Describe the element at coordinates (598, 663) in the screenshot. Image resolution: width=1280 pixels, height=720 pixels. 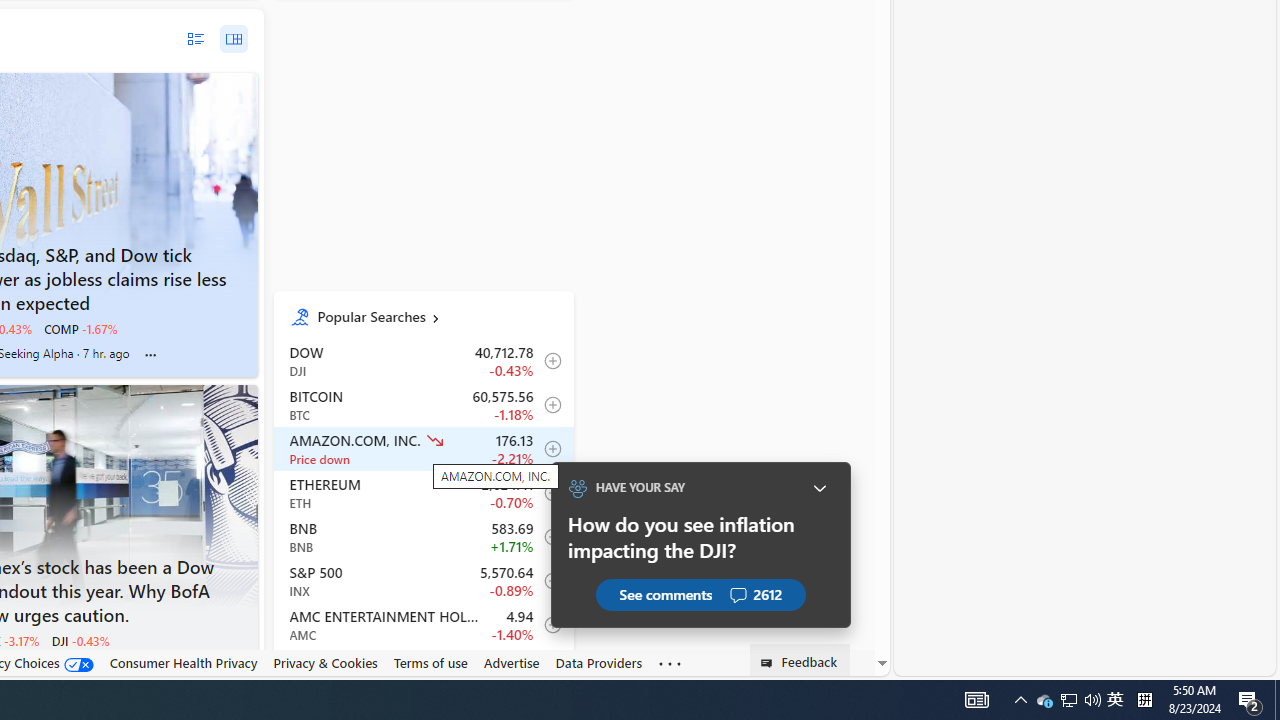
I see `'Data Providers'` at that location.